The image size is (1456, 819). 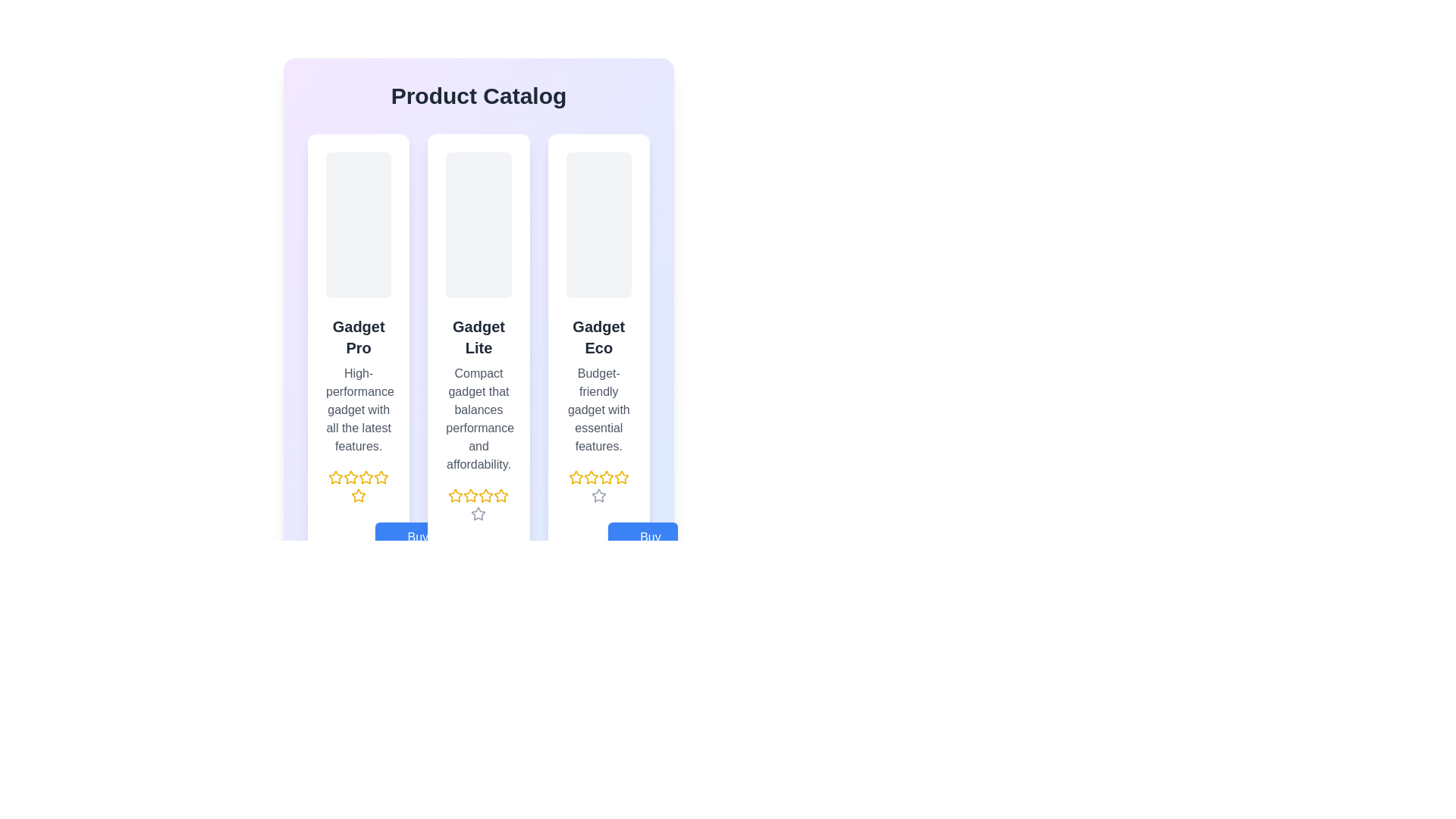 I want to click on the fifth star in the rating system under the 'Gadget Pro' card in the 'Product Catalog' interface, so click(x=381, y=476).